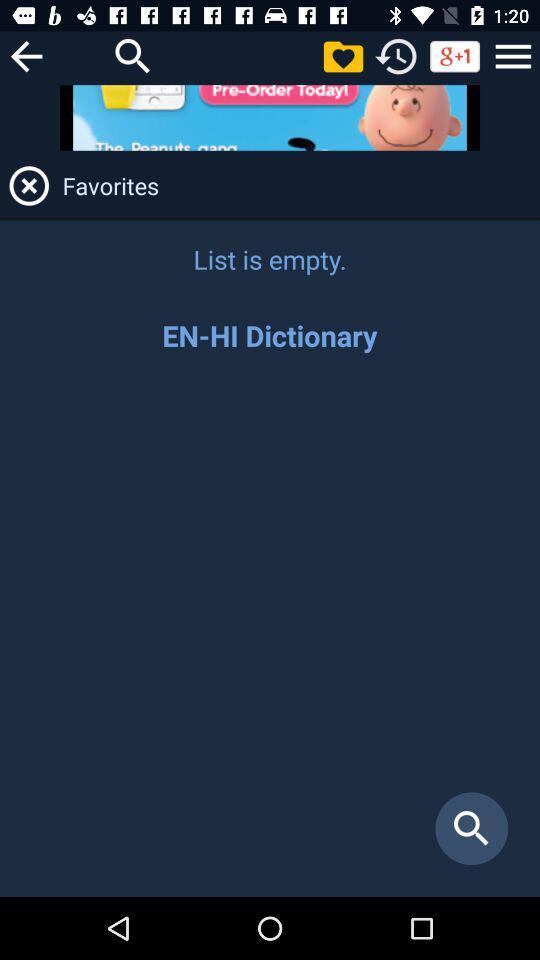  I want to click on see history, so click(396, 55).